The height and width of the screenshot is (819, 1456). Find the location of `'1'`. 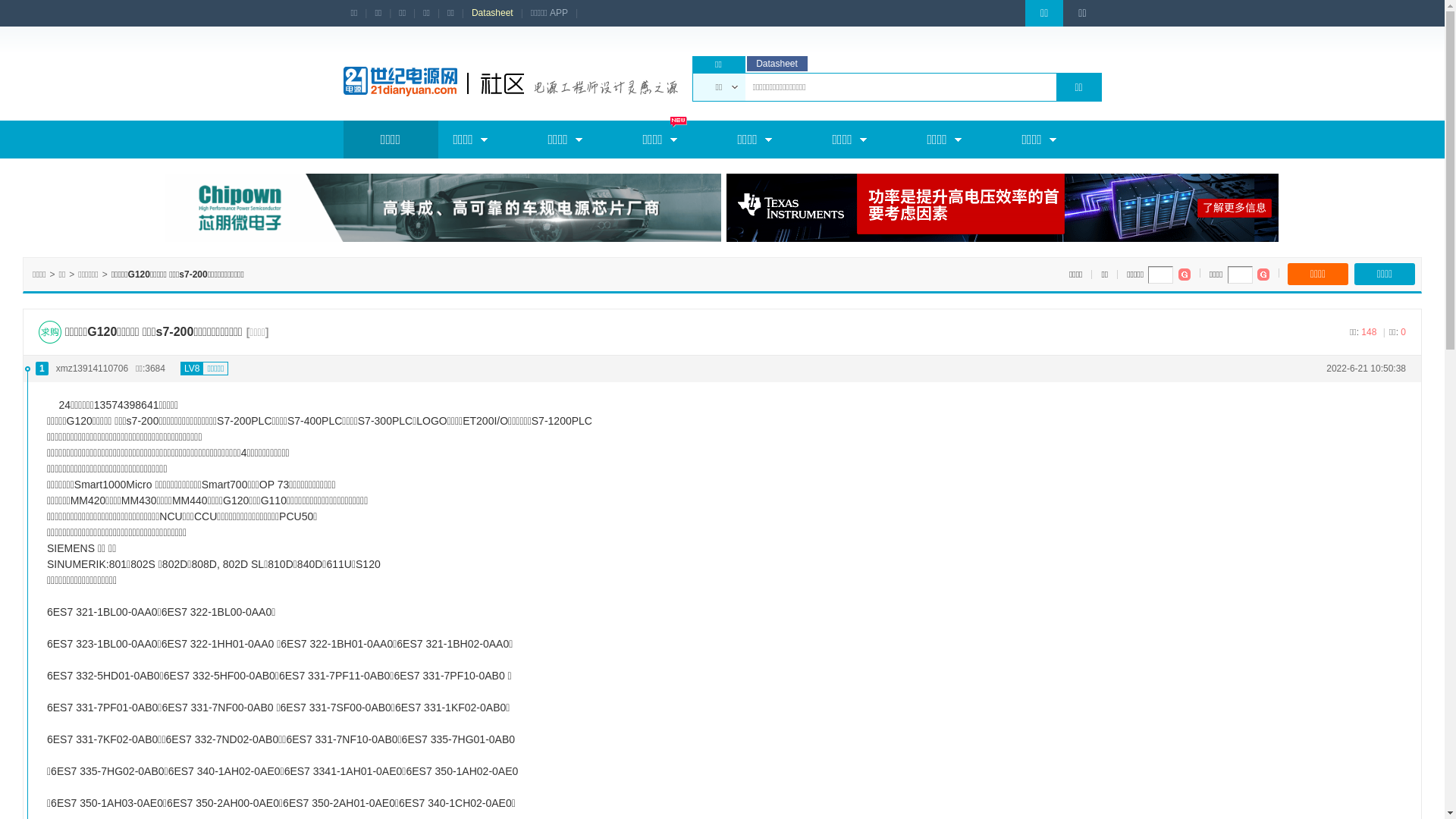

'1' is located at coordinates (42, 368).